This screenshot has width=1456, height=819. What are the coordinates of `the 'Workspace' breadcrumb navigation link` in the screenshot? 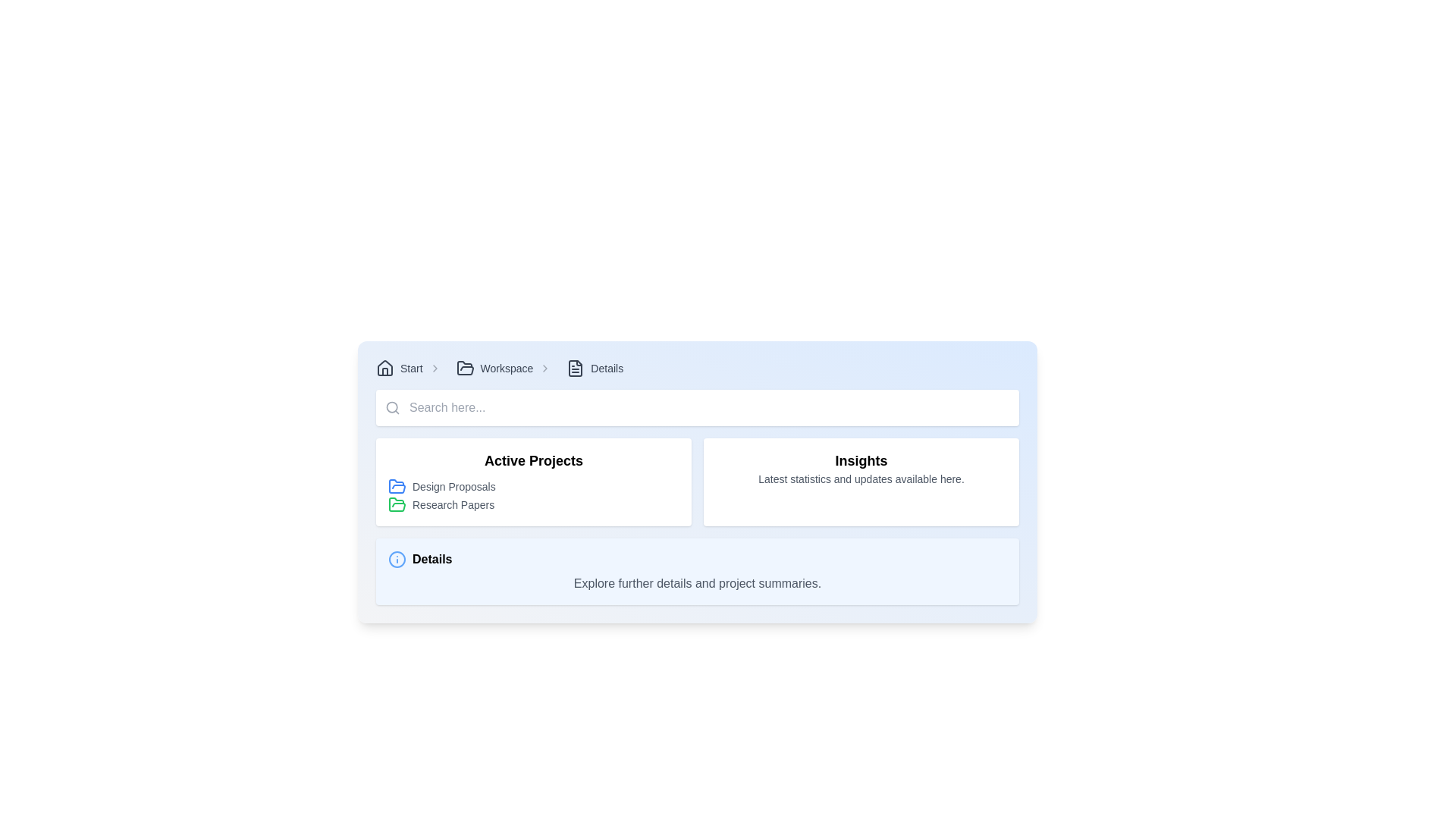 It's located at (507, 369).